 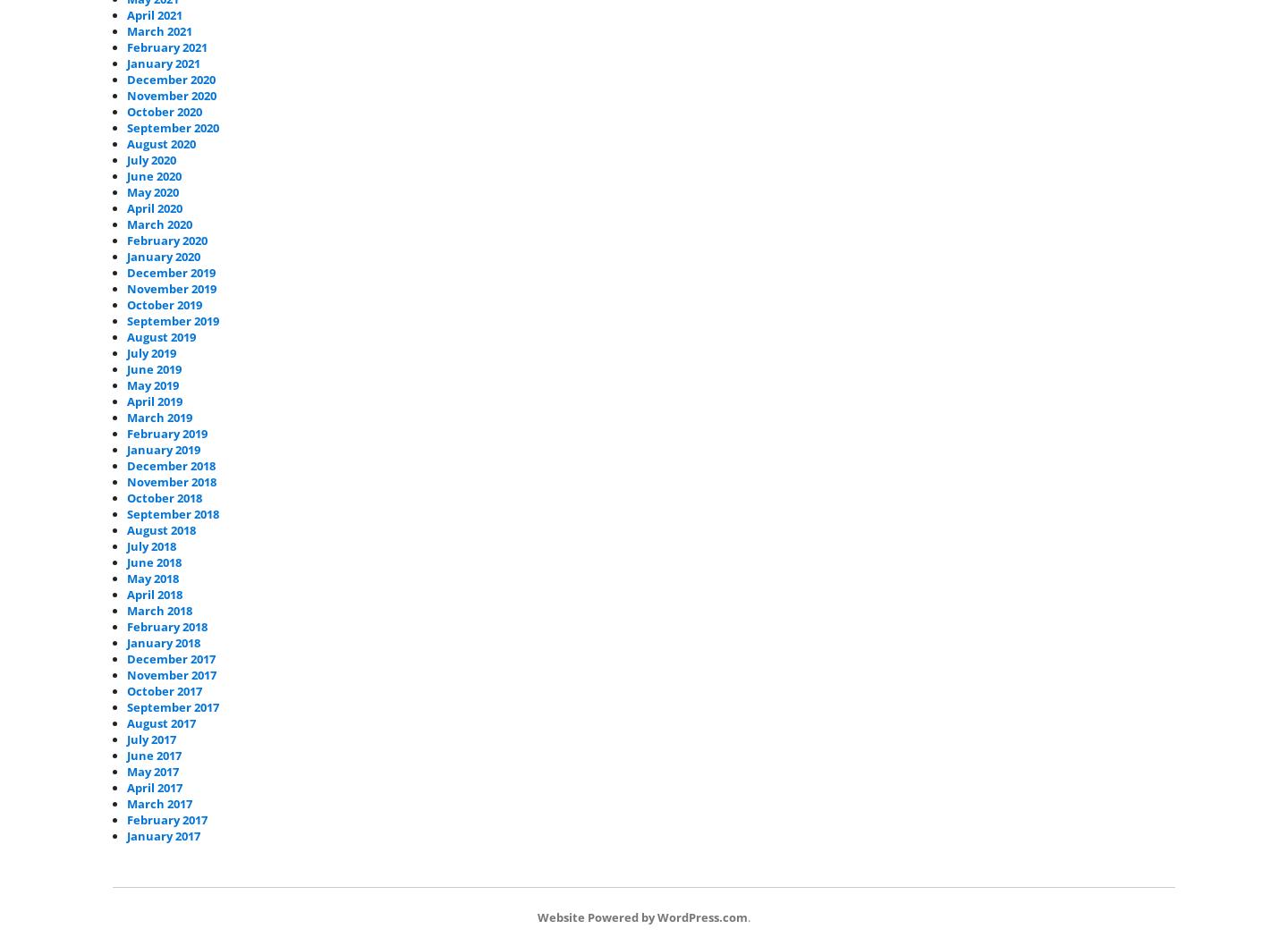 I want to click on 'December 2017', so click(x=171, y=658).